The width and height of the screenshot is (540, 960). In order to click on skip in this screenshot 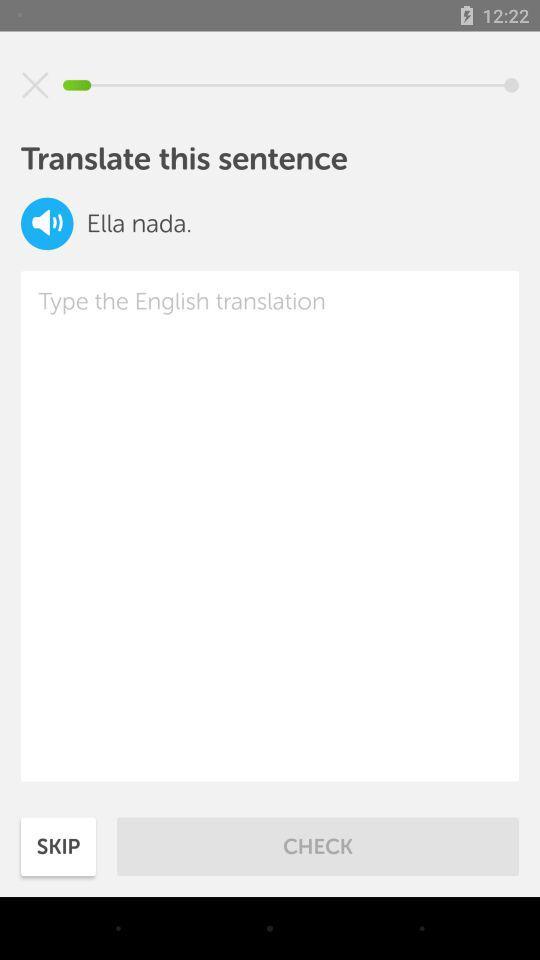, I will do `click(58, 845)`.